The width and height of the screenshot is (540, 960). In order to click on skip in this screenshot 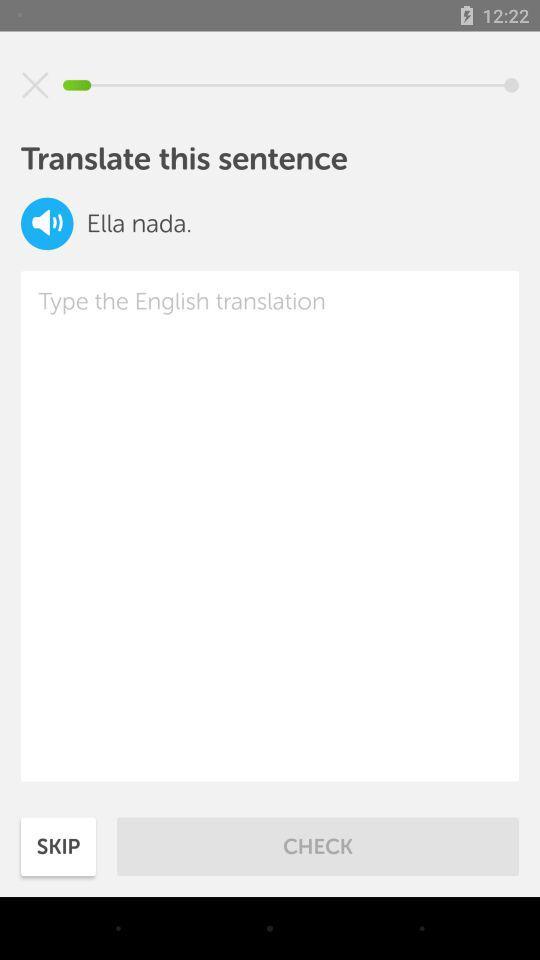, I will do `click(58, 845)`.